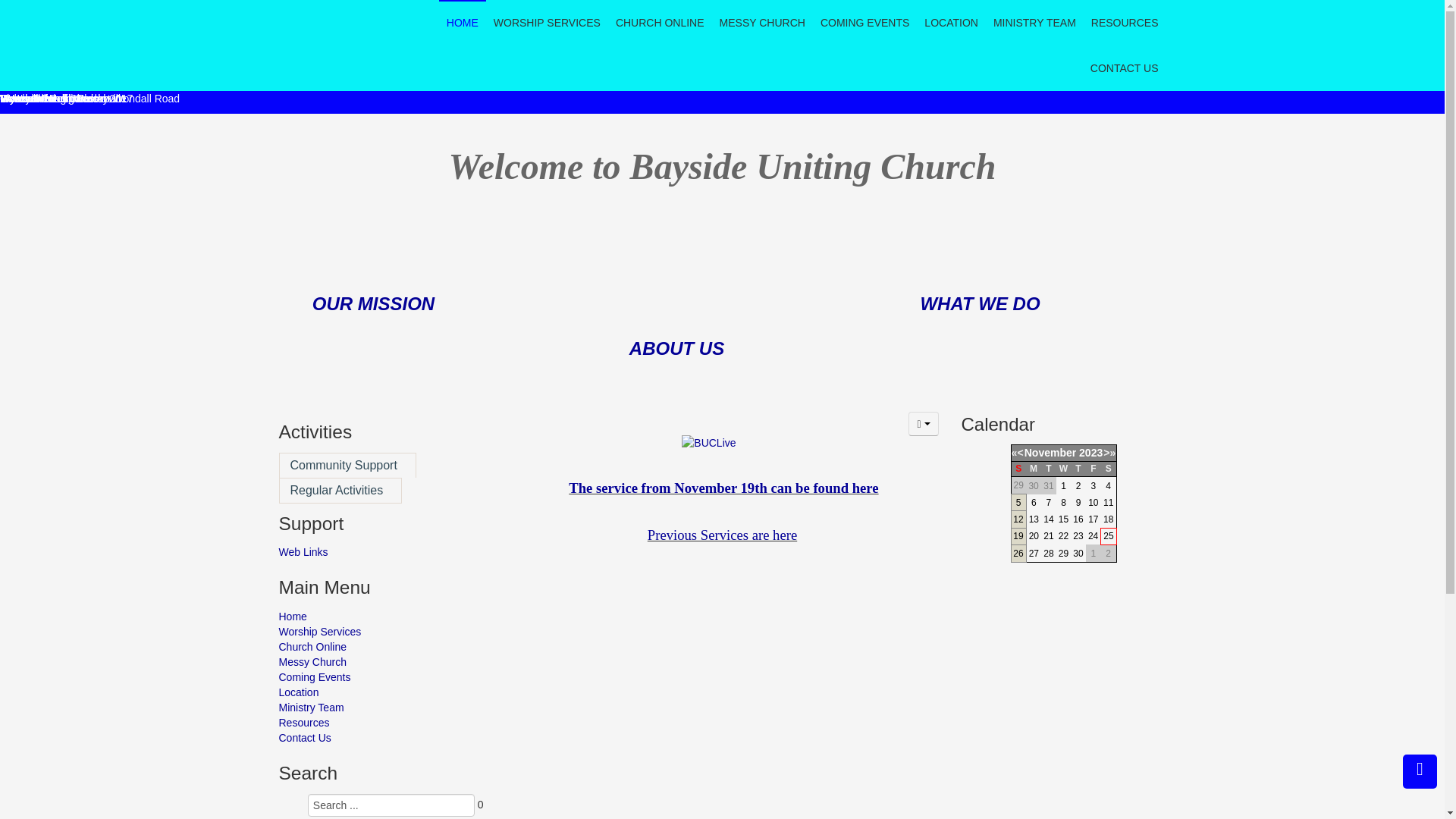 This screenshot has width=1456, height=819. What do you see at coordinates (1077, 519) in the screenshot?
I see `'16'` at bounding box center [1077, 519].